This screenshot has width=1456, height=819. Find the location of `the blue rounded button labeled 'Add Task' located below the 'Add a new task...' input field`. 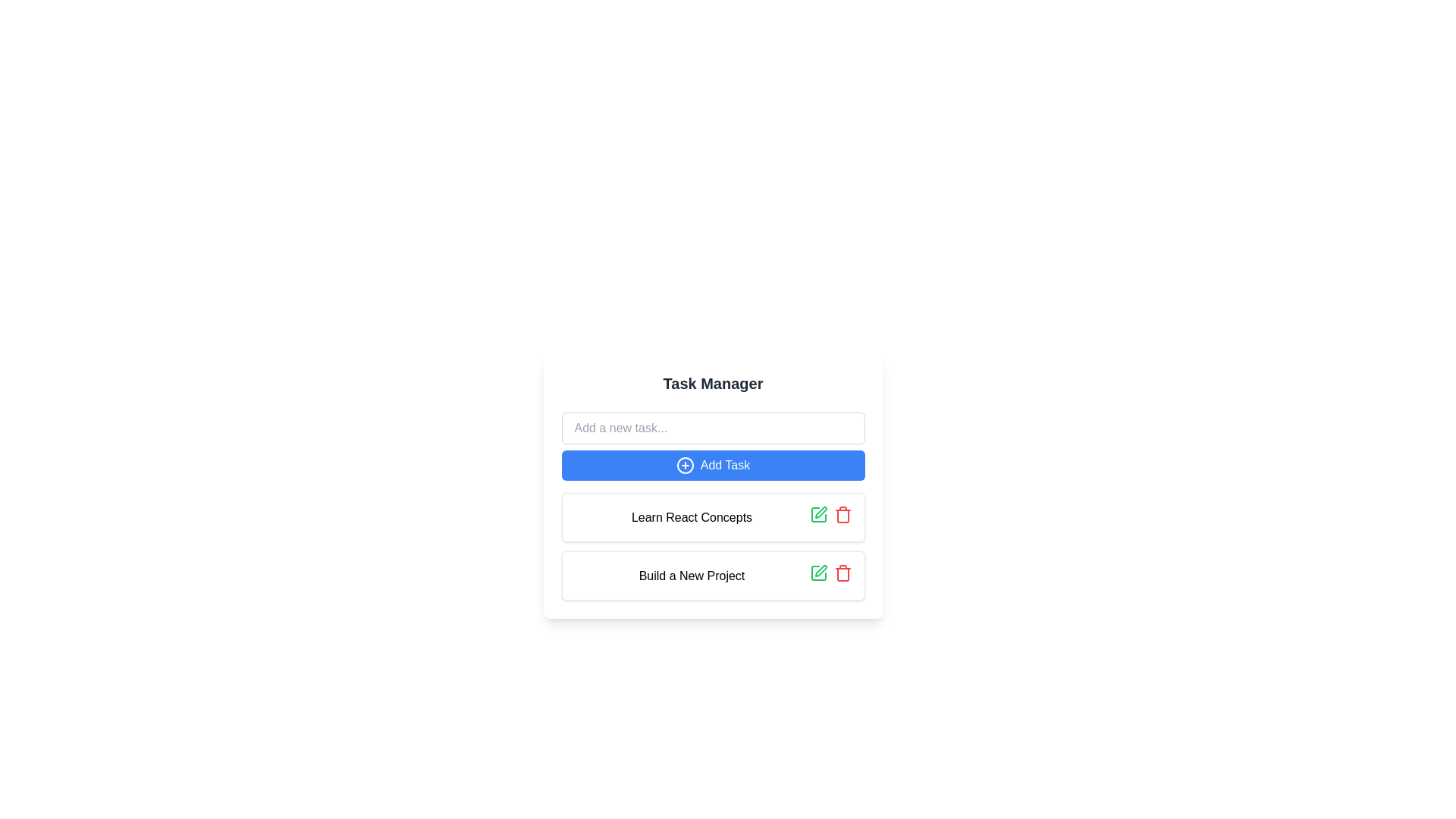

the blue rounded button labeled 'Add Task' located below the 'Add a new task...' input field is located at coordinates (712, 486).